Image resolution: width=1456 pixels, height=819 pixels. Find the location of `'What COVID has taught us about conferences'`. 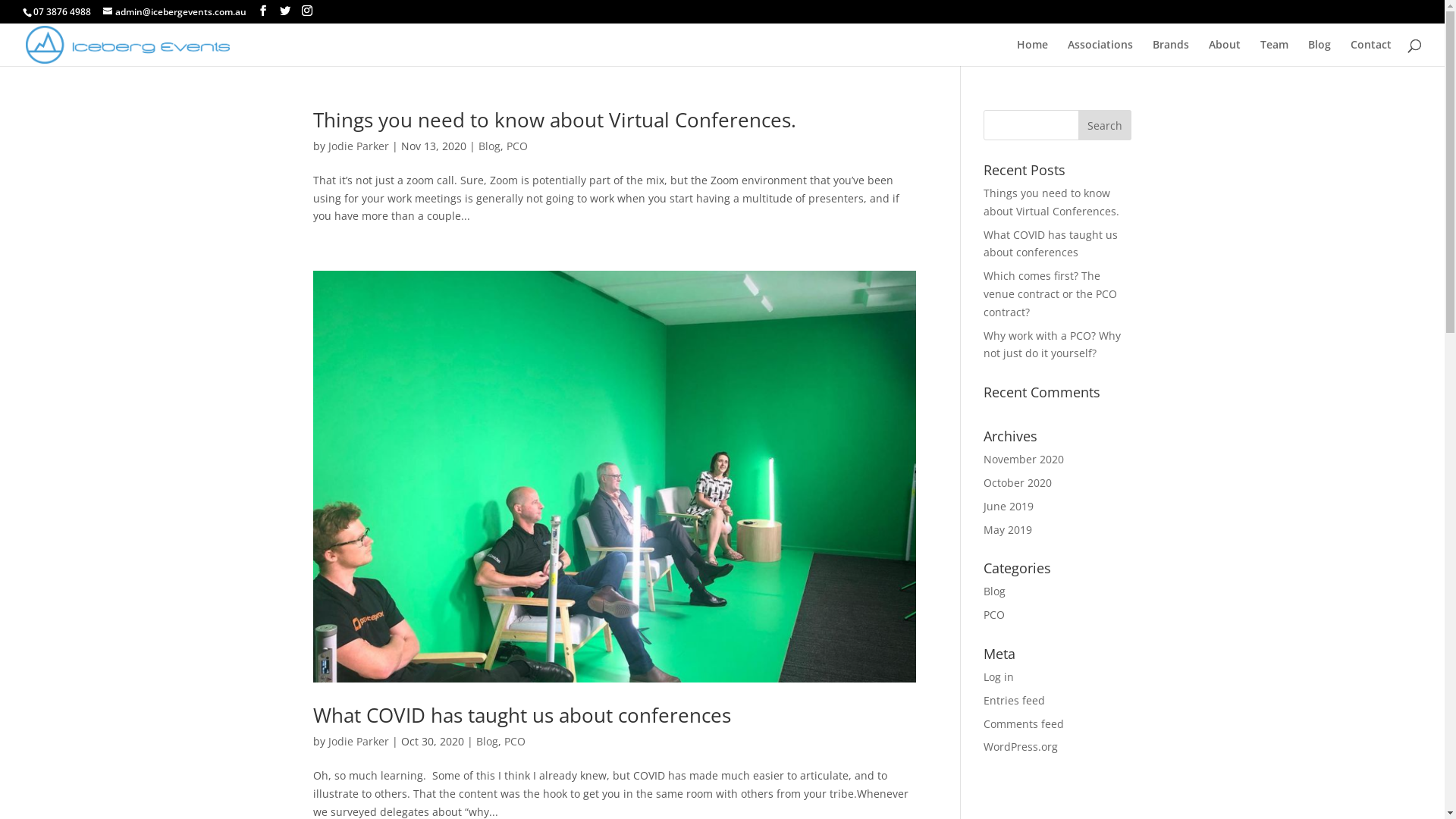

'What COVID has taught us about conferences' is located at coordinates (521, 714).